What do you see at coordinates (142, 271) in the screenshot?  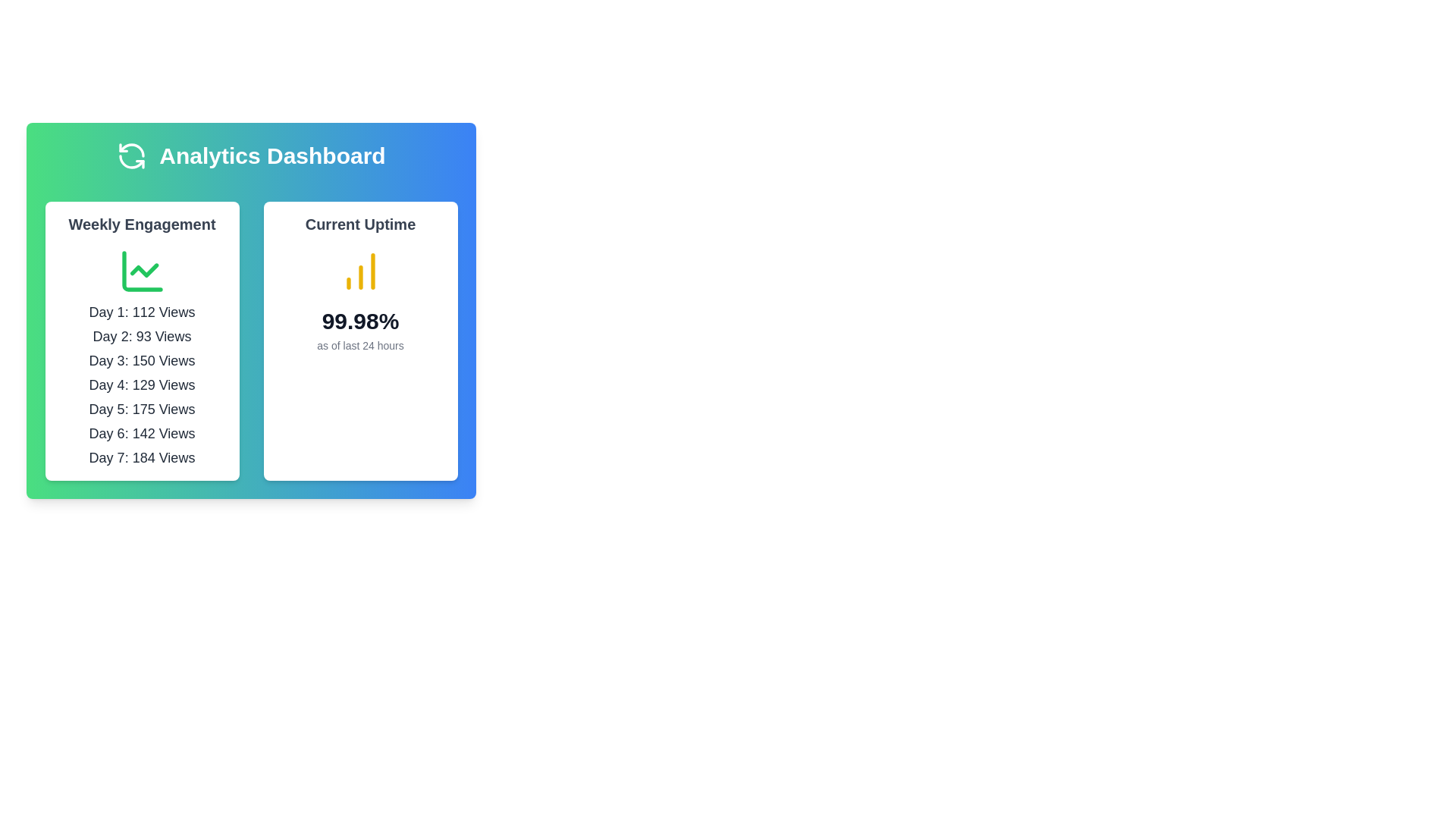 I see `the icon representing the weekly engagement statistics located in the Analytics Dashboard, positioned top-center within the 'Weekly Engagement' card, near the header text 'Weekly Engagement'` at bounding box center [142, 271].